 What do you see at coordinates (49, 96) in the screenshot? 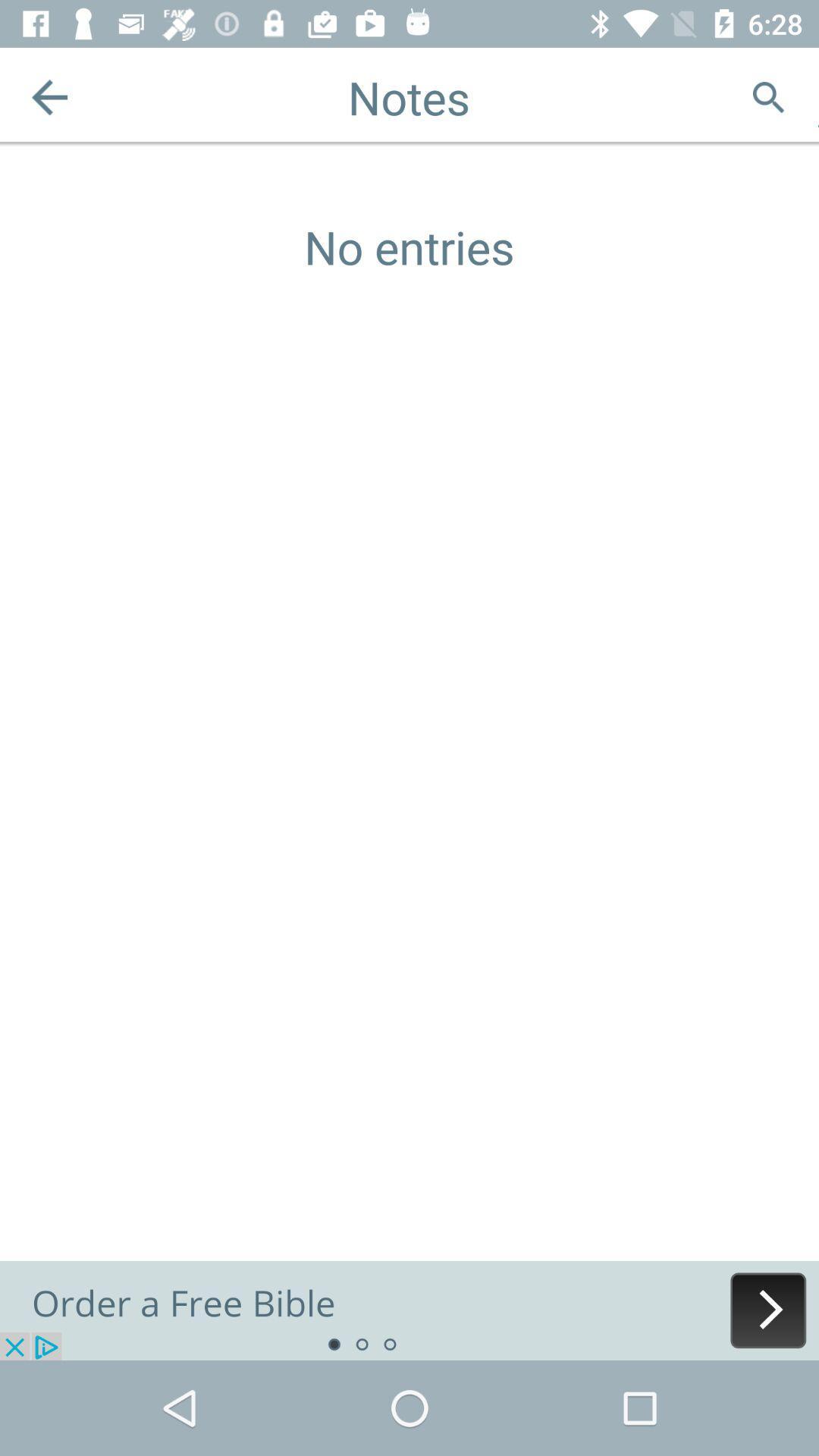
I see `the arrow_backward icon` at bounding box center [49, 96].